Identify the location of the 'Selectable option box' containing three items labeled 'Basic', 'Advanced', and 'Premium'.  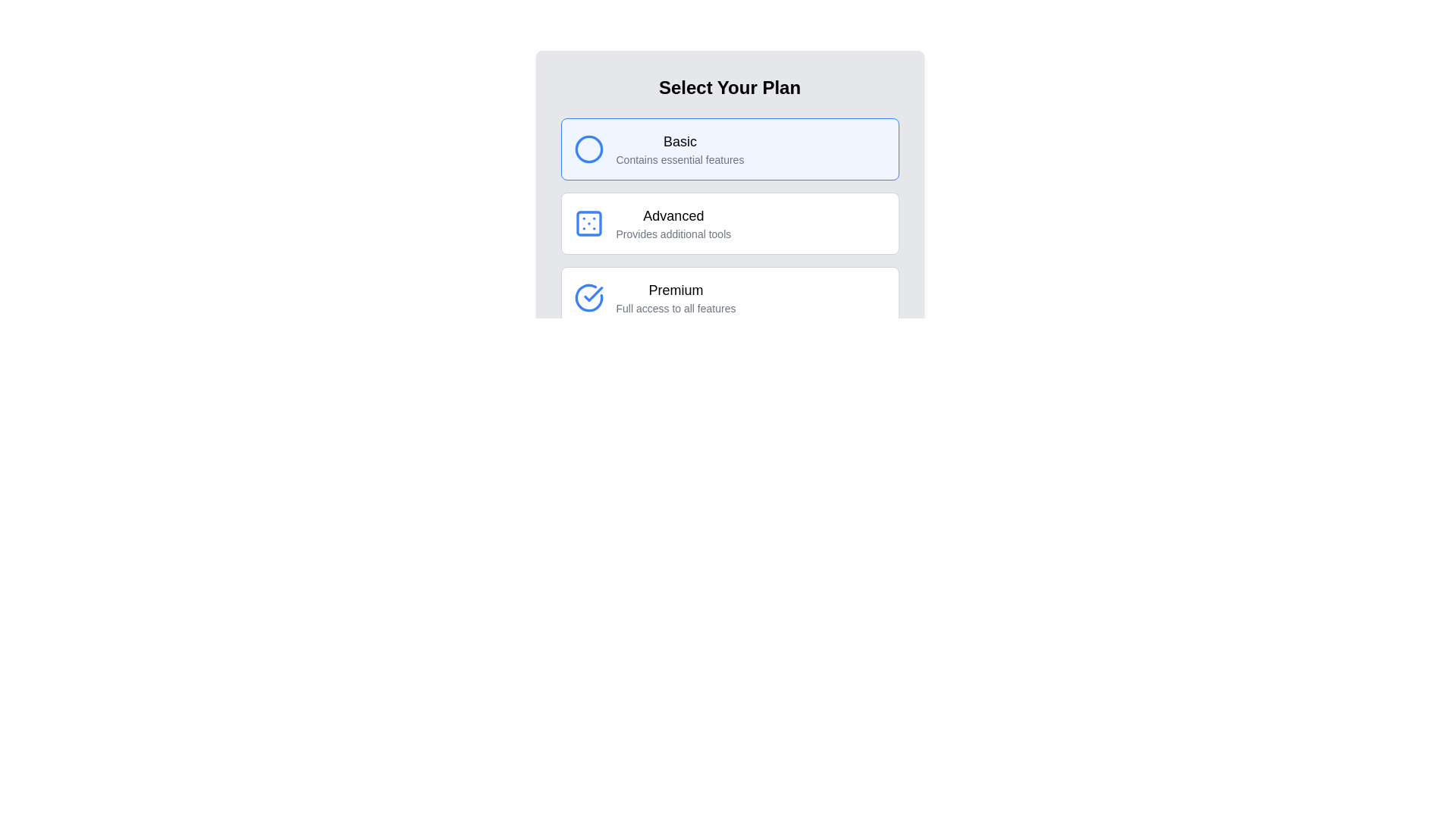
(730, 223).